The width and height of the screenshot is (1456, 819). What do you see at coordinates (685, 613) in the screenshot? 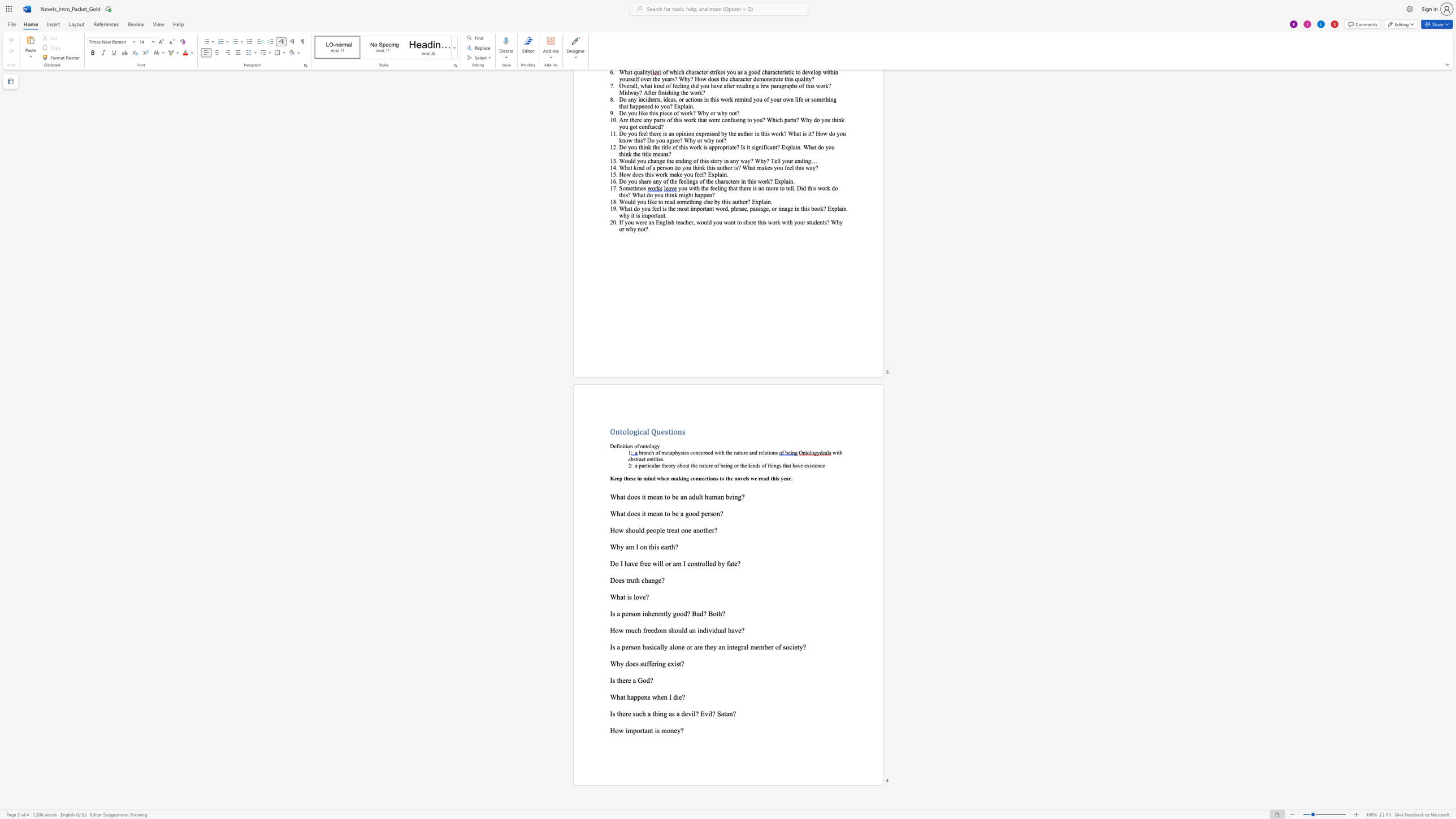
I see `the 1th character "d" in the text` at bounding box center [685, 613].